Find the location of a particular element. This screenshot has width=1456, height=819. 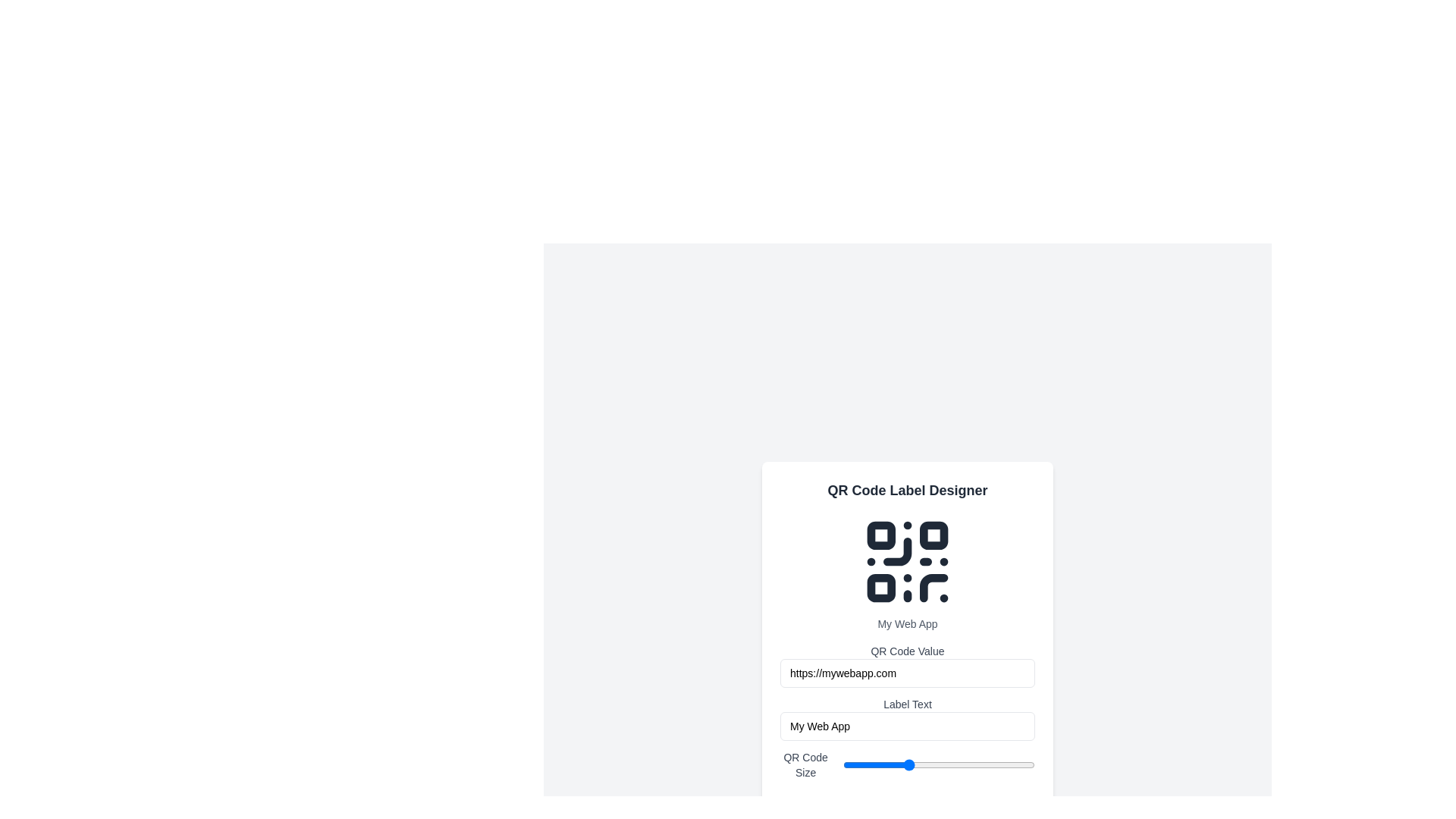

the text label displaying 'Label Text' in a smaller, gray font, which is the second label in the vertical layout between the 'QR Code Value' field and 'My Web App' is located at coordinates (907, 711).